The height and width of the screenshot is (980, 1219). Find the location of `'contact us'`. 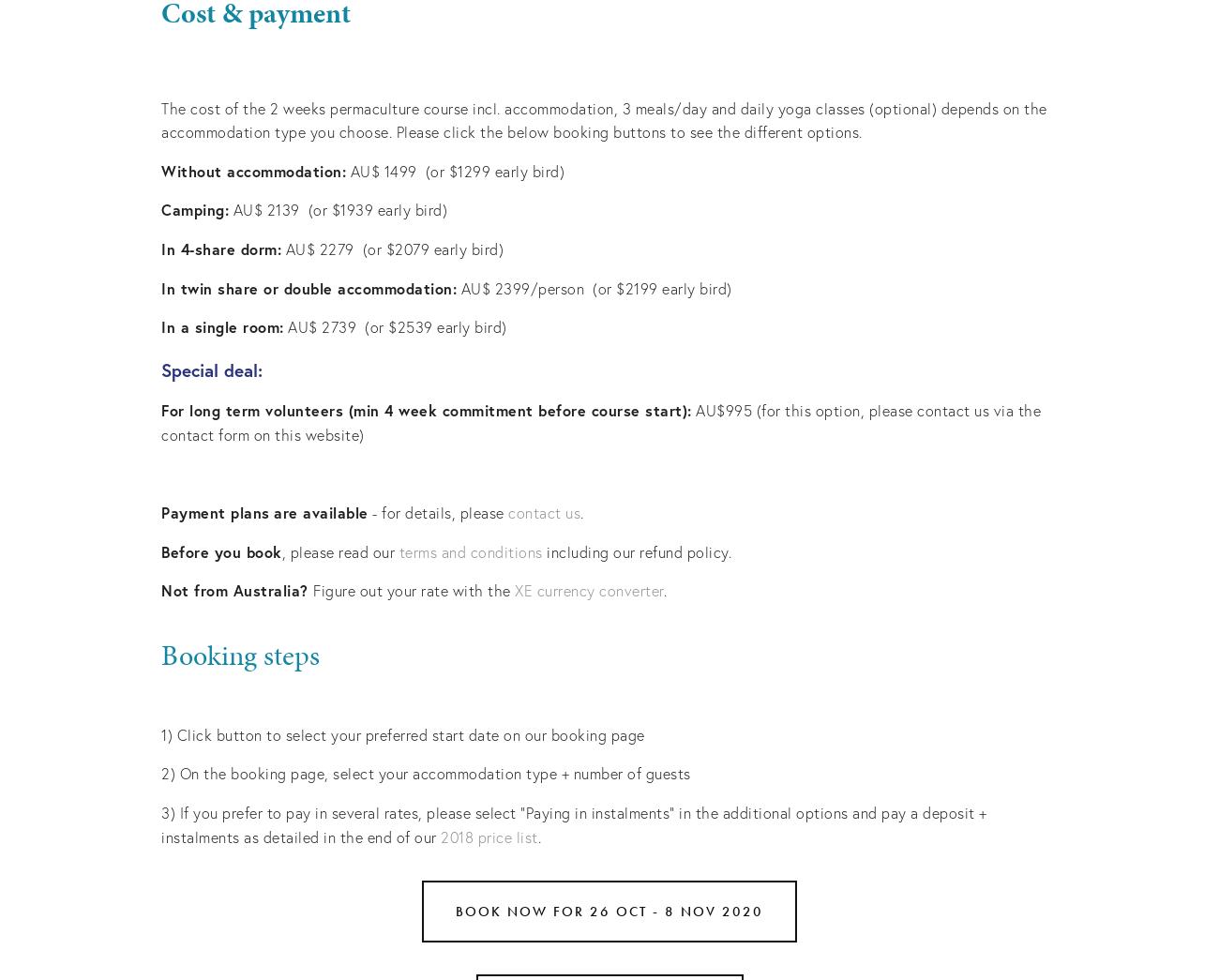

'contact us' is located at coordinates (543, 512).